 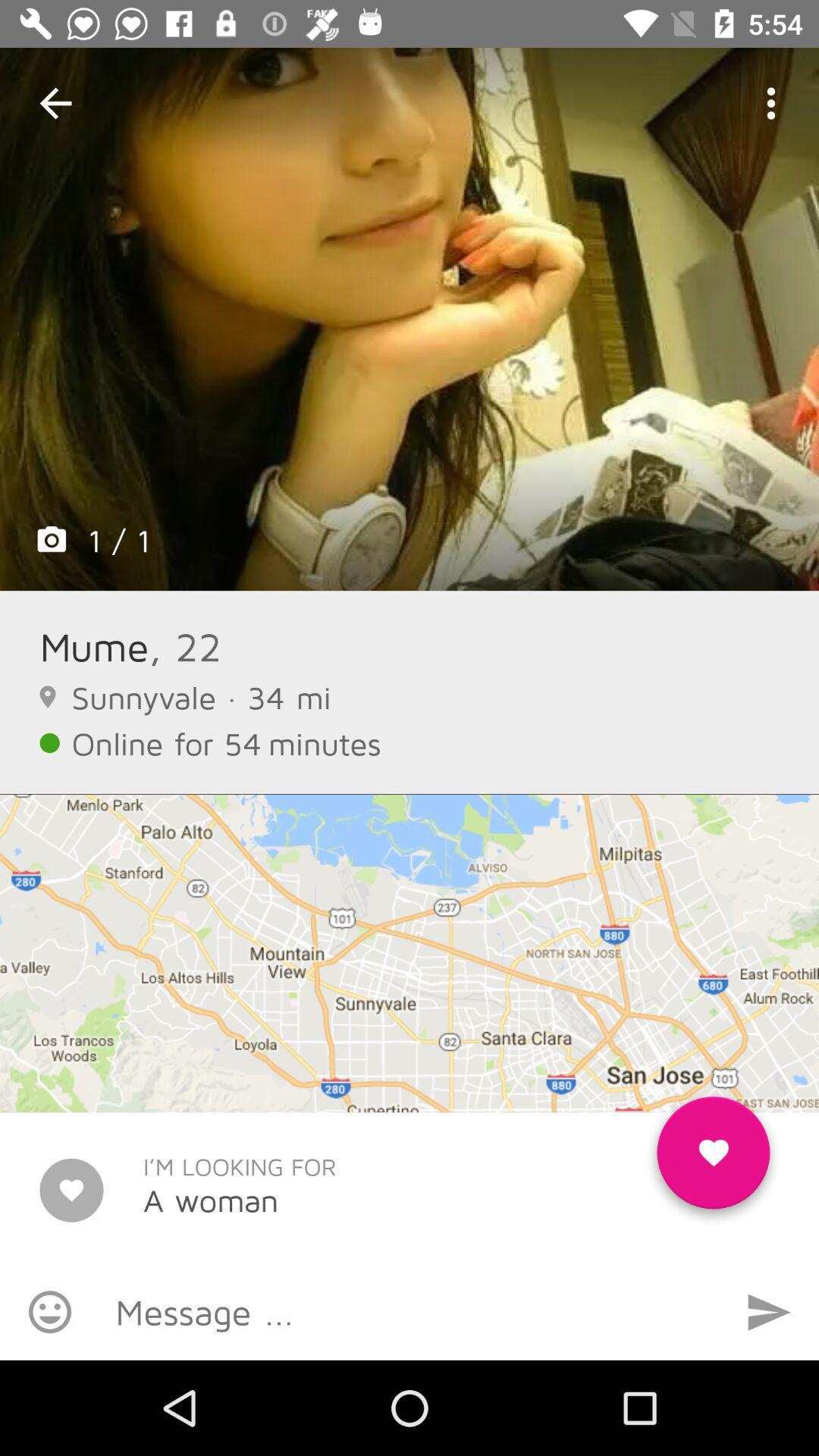 I want to click on i can type in a message to mume here, so click(x=409, y=1310).